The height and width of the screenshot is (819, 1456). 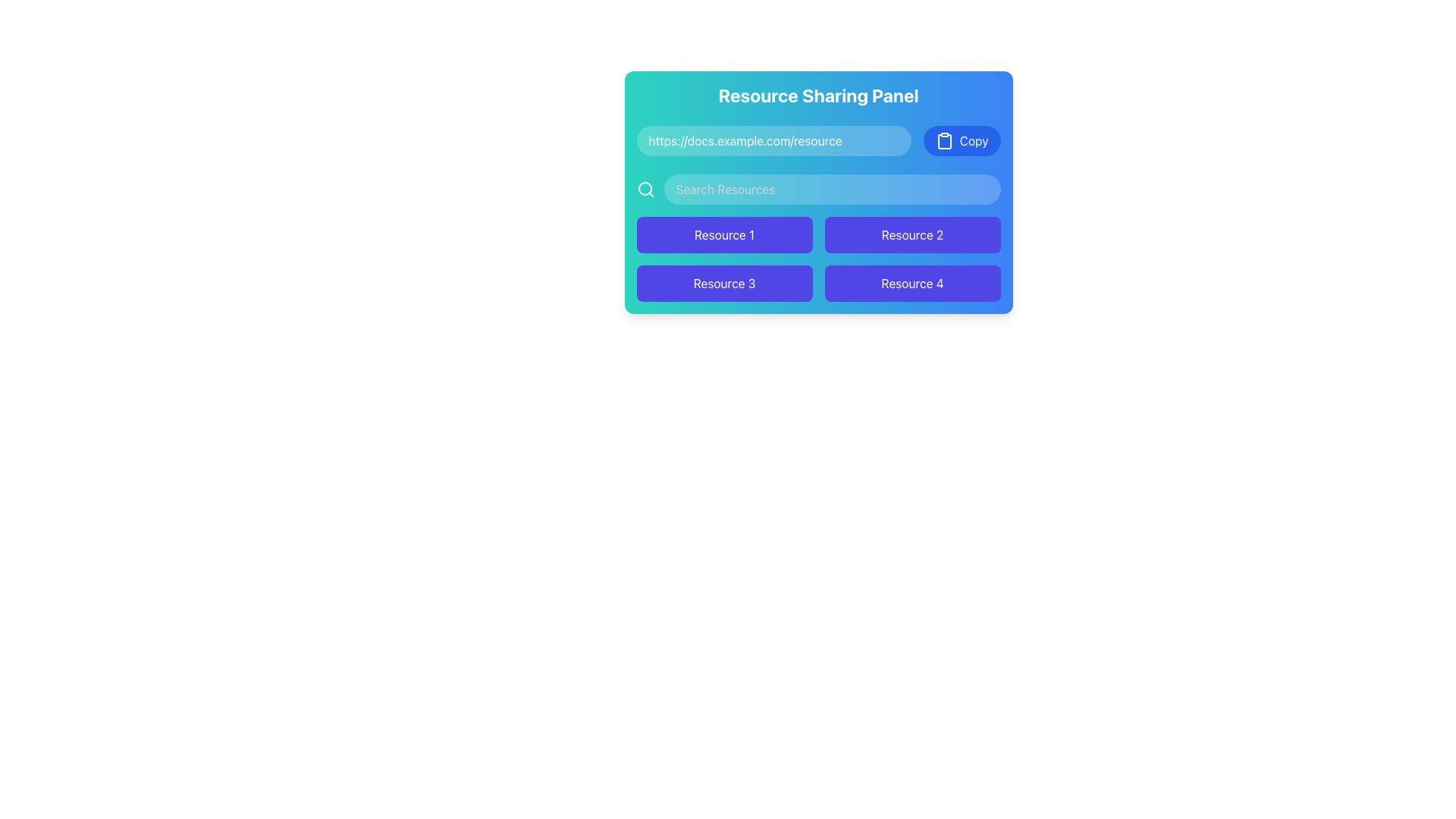 What do you see at coordinates (773, 140) in the screenshot?
I see `the read-only text input field displaying the URL 'https://docs.example.com/resource' to focus on it` at bounding box center [773, 140].